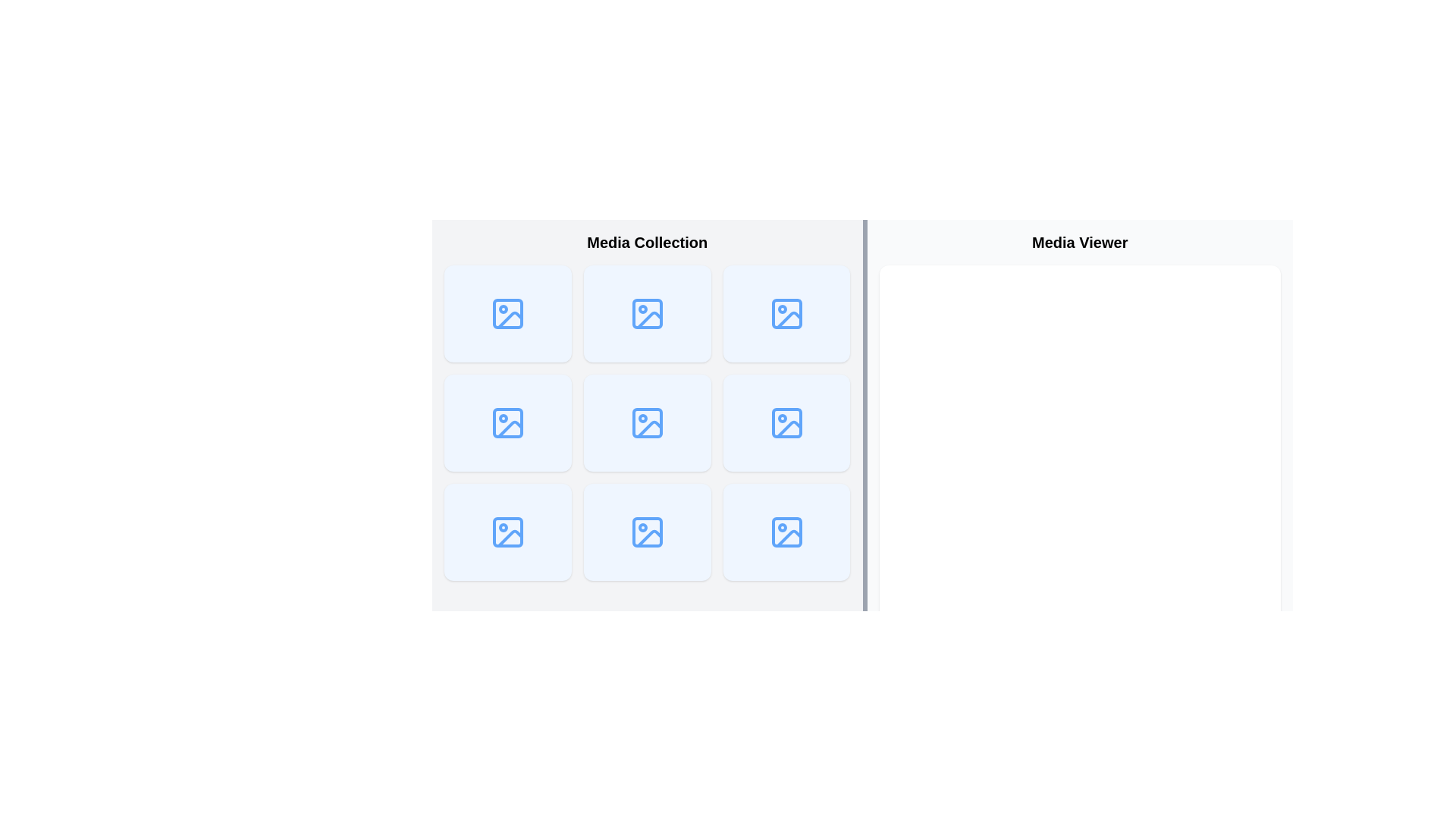 This screenshot has height=819, width=1456. What do you see at coordinates (507, 532) in the screenshot?
I see `the Icon Part located in the bottom-left component of the grid in the 'Media Collection' section, which represents a specific state or property of the image thumbnail` at bounding box center [507, 532].